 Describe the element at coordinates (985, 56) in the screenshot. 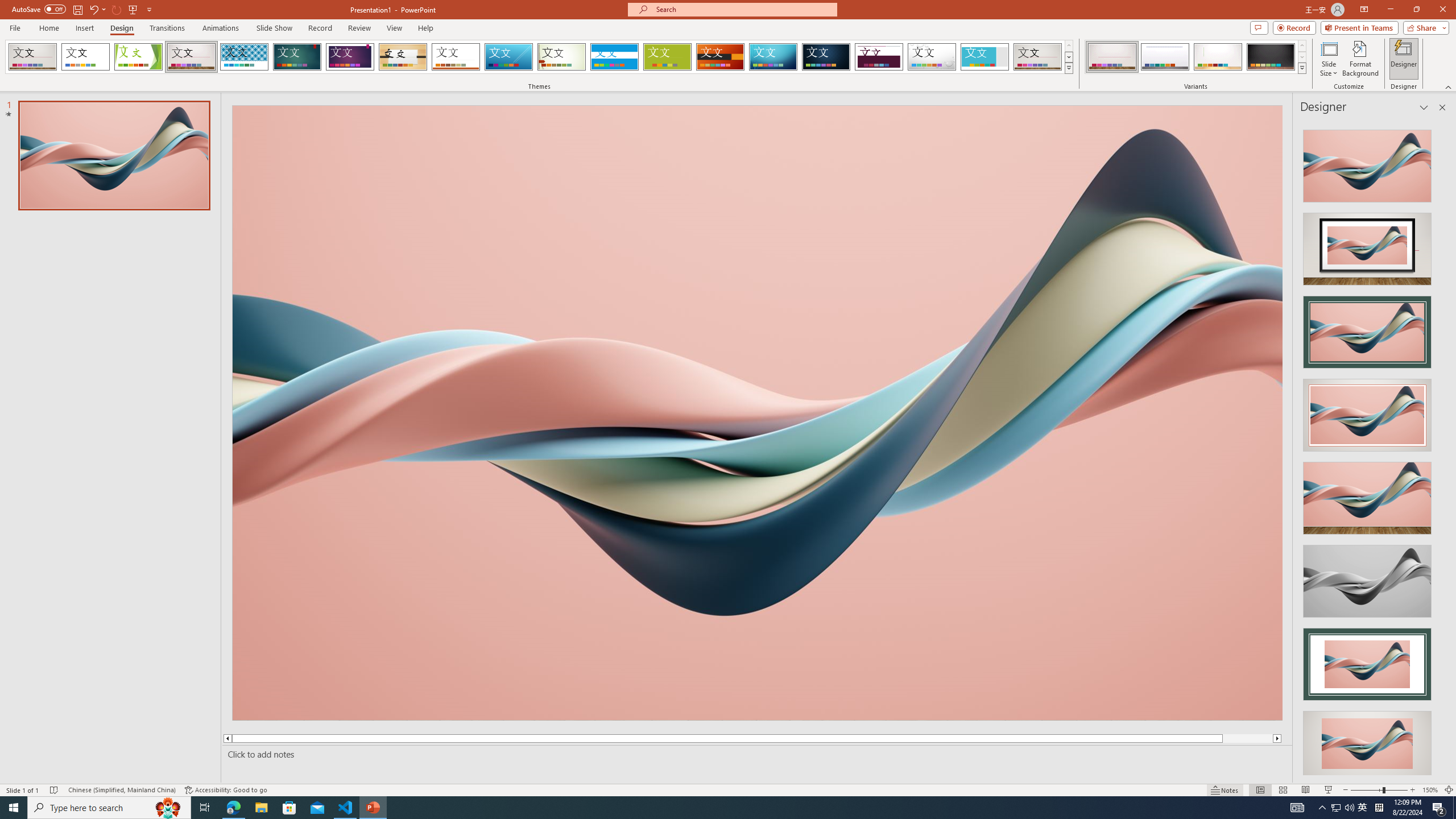

I see `'Frame'` at that location.